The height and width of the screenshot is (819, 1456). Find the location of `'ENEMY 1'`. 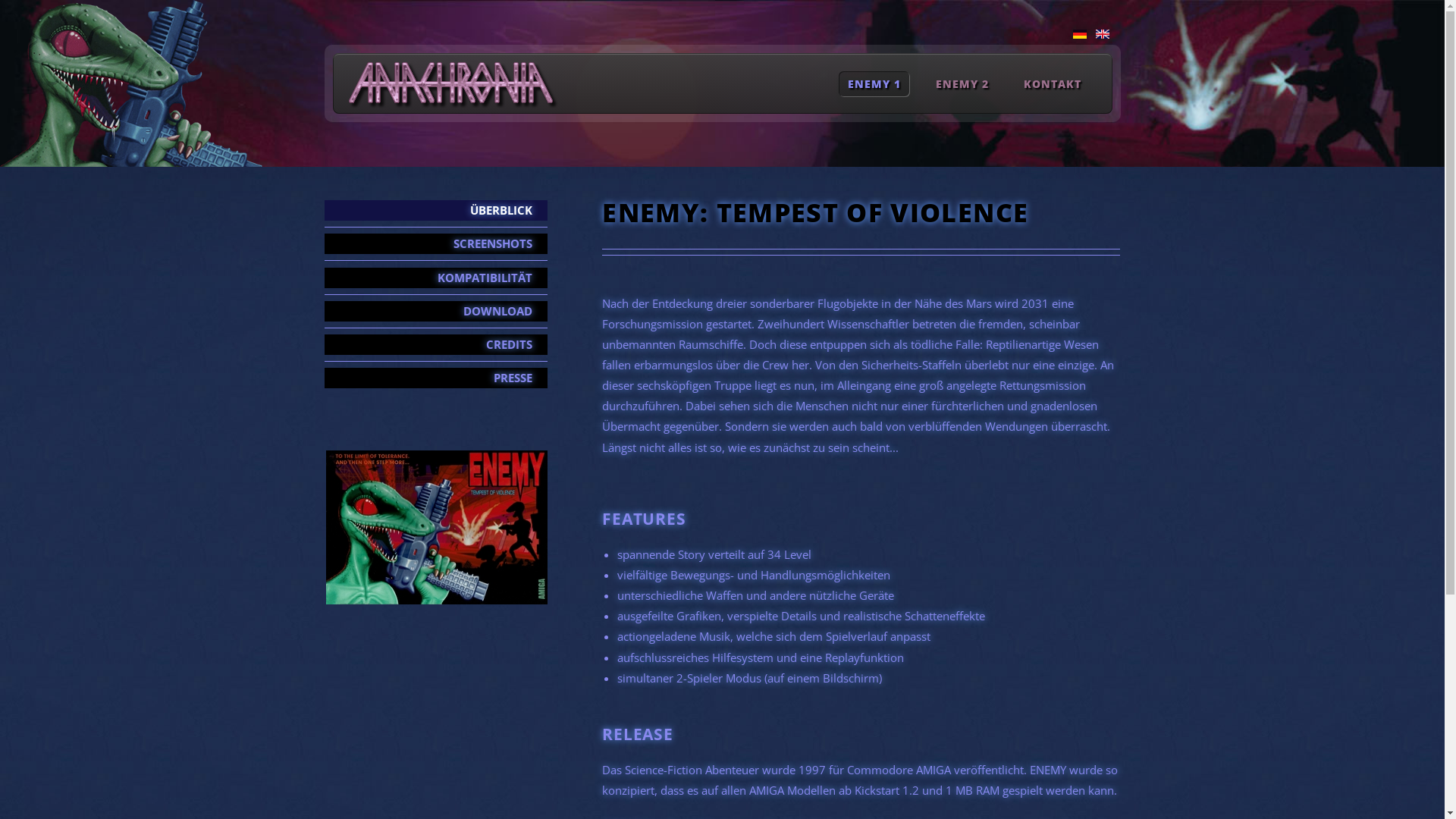

'ENEMY 1' is located at coordinates (874, 83).